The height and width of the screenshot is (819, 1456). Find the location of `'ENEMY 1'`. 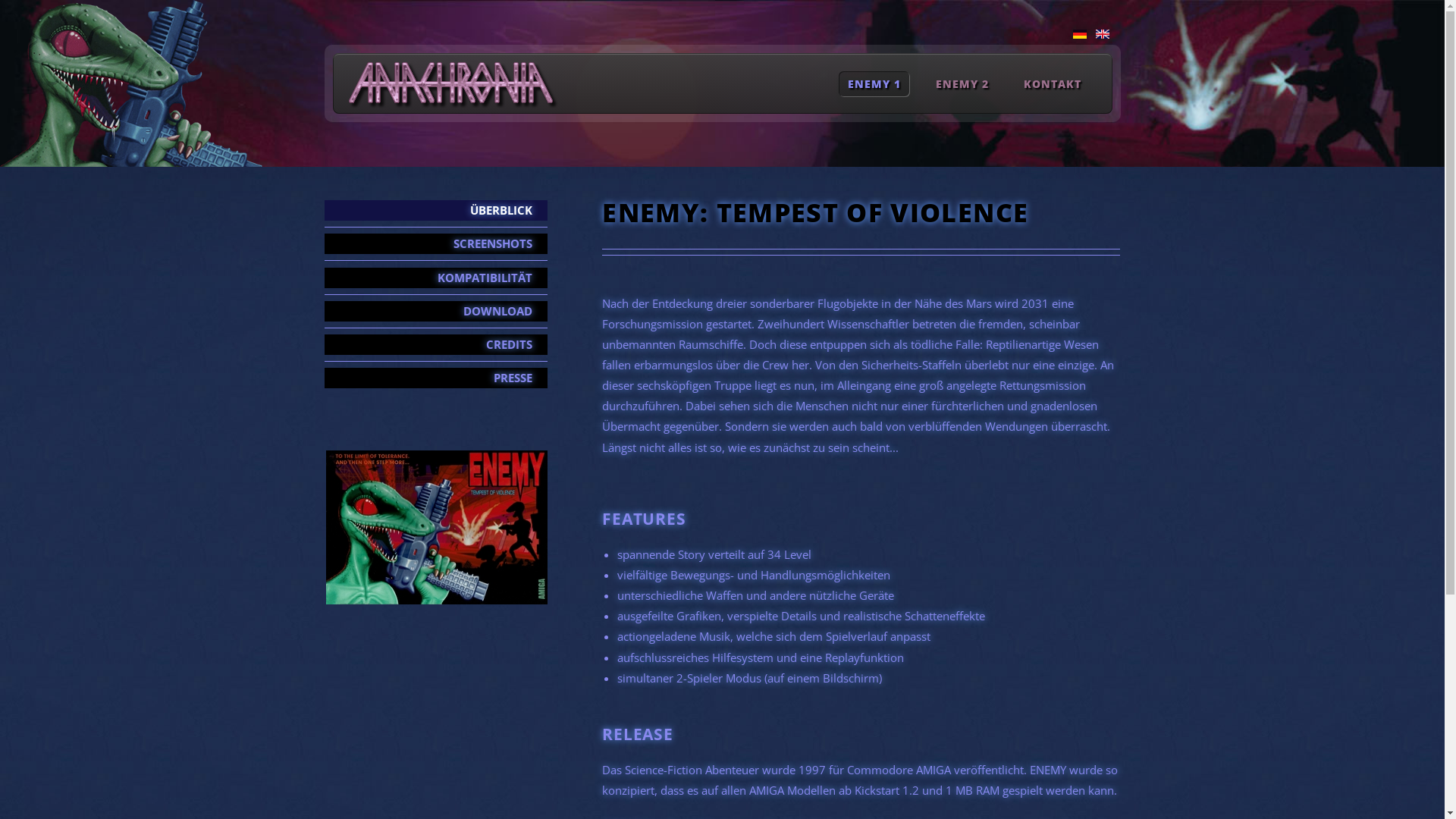

'ENEMY 1' is located at coordinates (874, 83).